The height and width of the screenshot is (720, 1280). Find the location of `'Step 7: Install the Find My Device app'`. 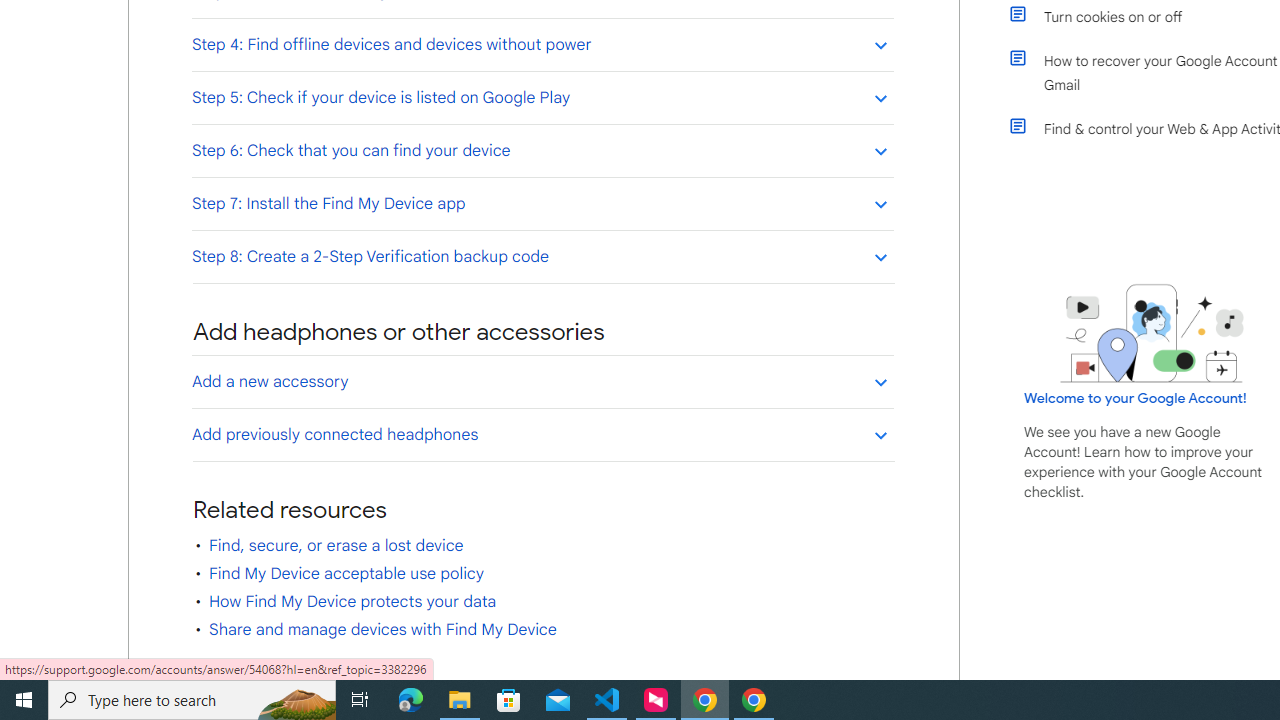

'Step 7: Install the Find My Device app' is located at coordinates (542, 203).